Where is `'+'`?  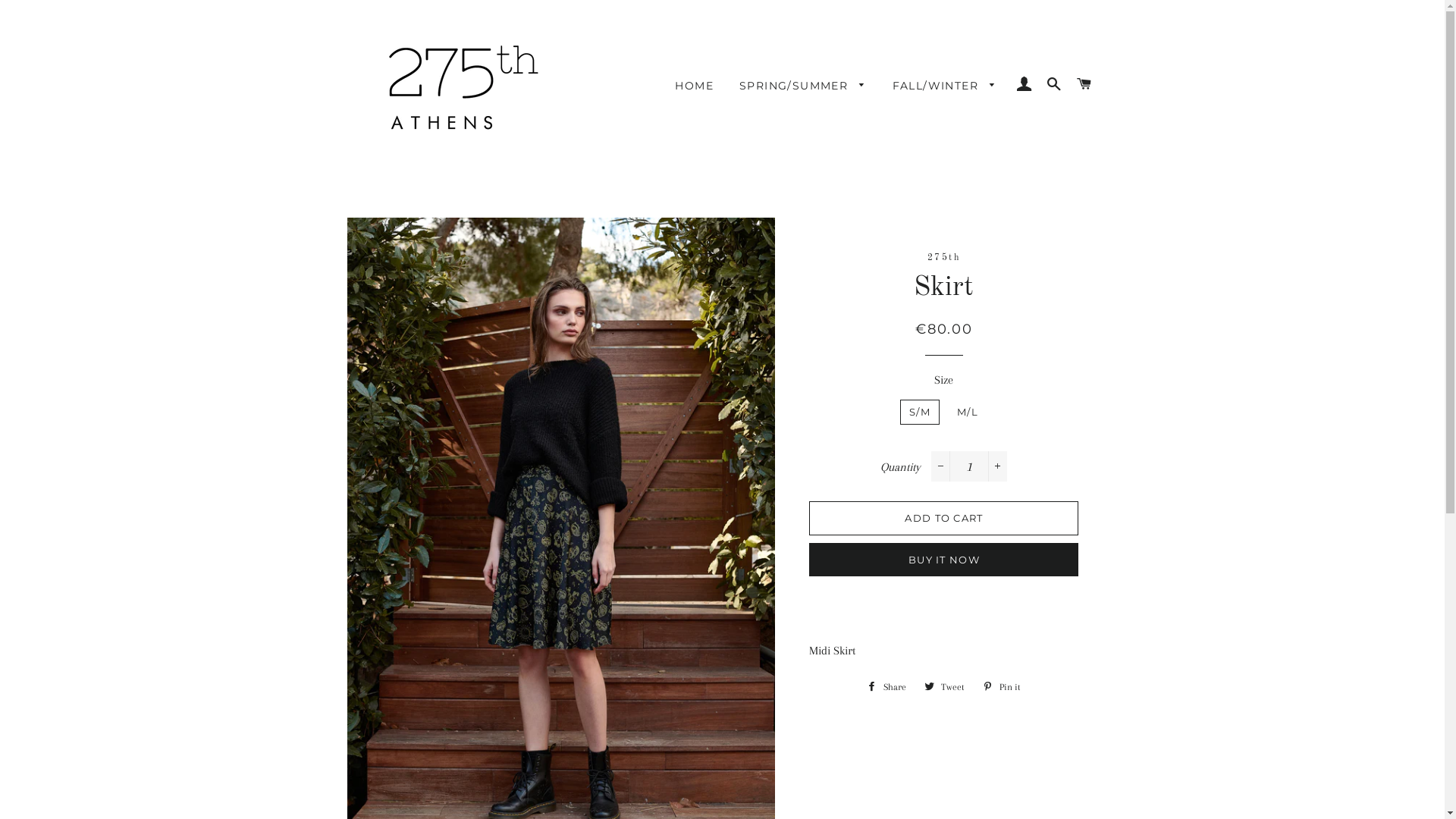
'+' is located at coordinates (997, 465).